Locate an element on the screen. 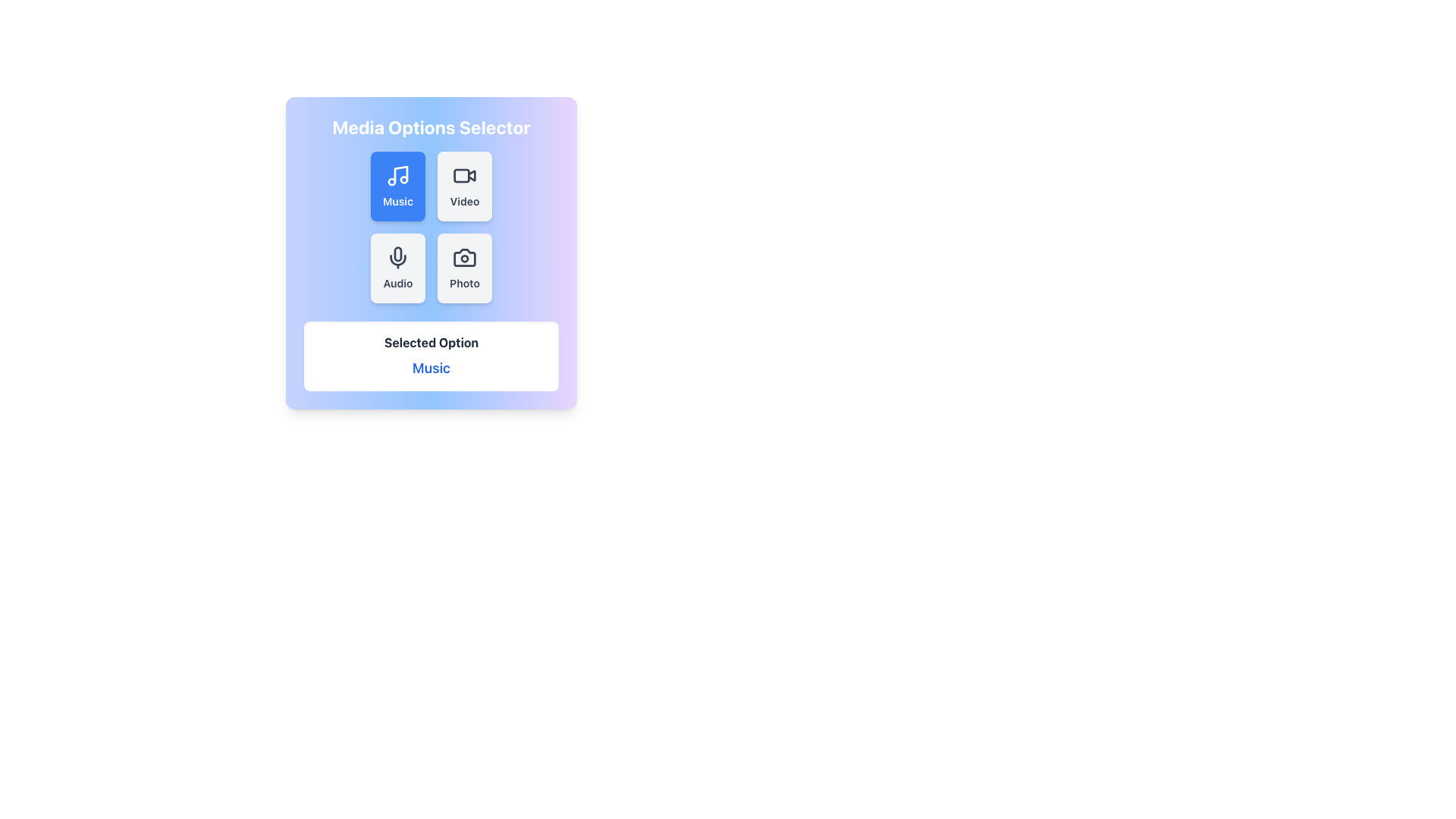 This screenshot has width=1456, height=819. text label 'Video' located at the bottom of the second card in the first row of a two-by-two grid arrangement, indicating video functionalities is located at coordinates (464, 201).